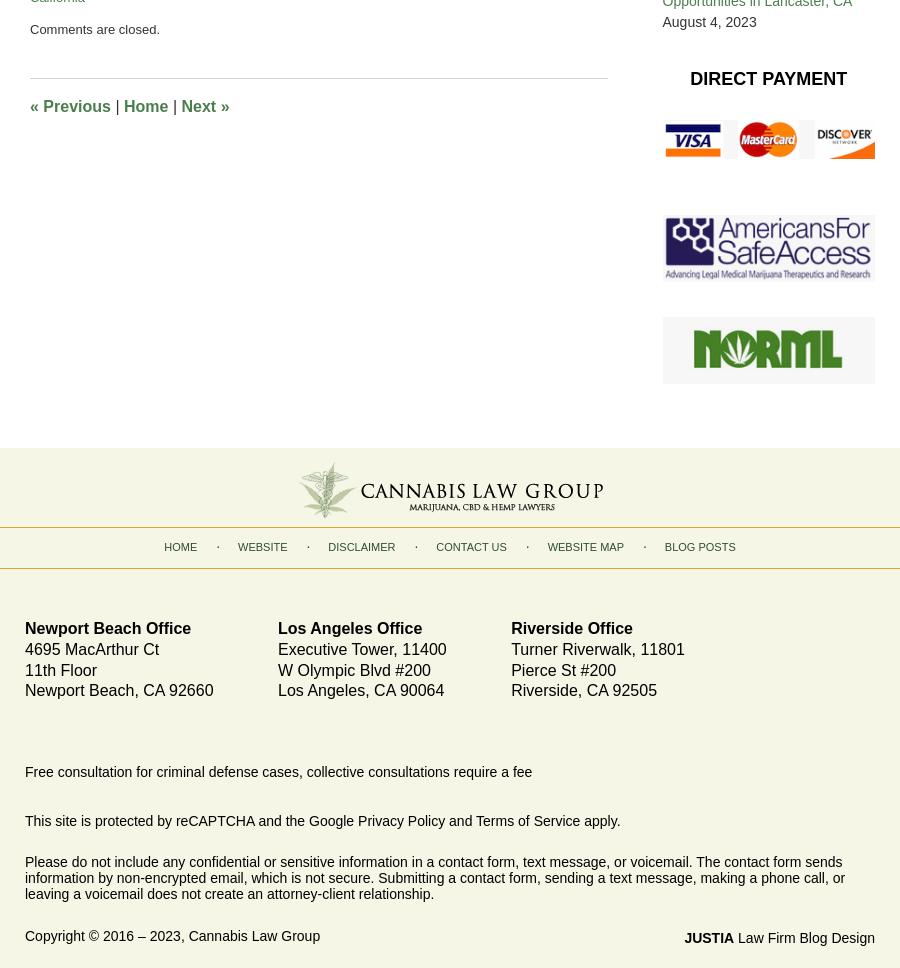  What do you see at coordinates (24, 648) in the screenshot?
I see `'4695 MacArthur Ct'` at bounding box center [24, 648].